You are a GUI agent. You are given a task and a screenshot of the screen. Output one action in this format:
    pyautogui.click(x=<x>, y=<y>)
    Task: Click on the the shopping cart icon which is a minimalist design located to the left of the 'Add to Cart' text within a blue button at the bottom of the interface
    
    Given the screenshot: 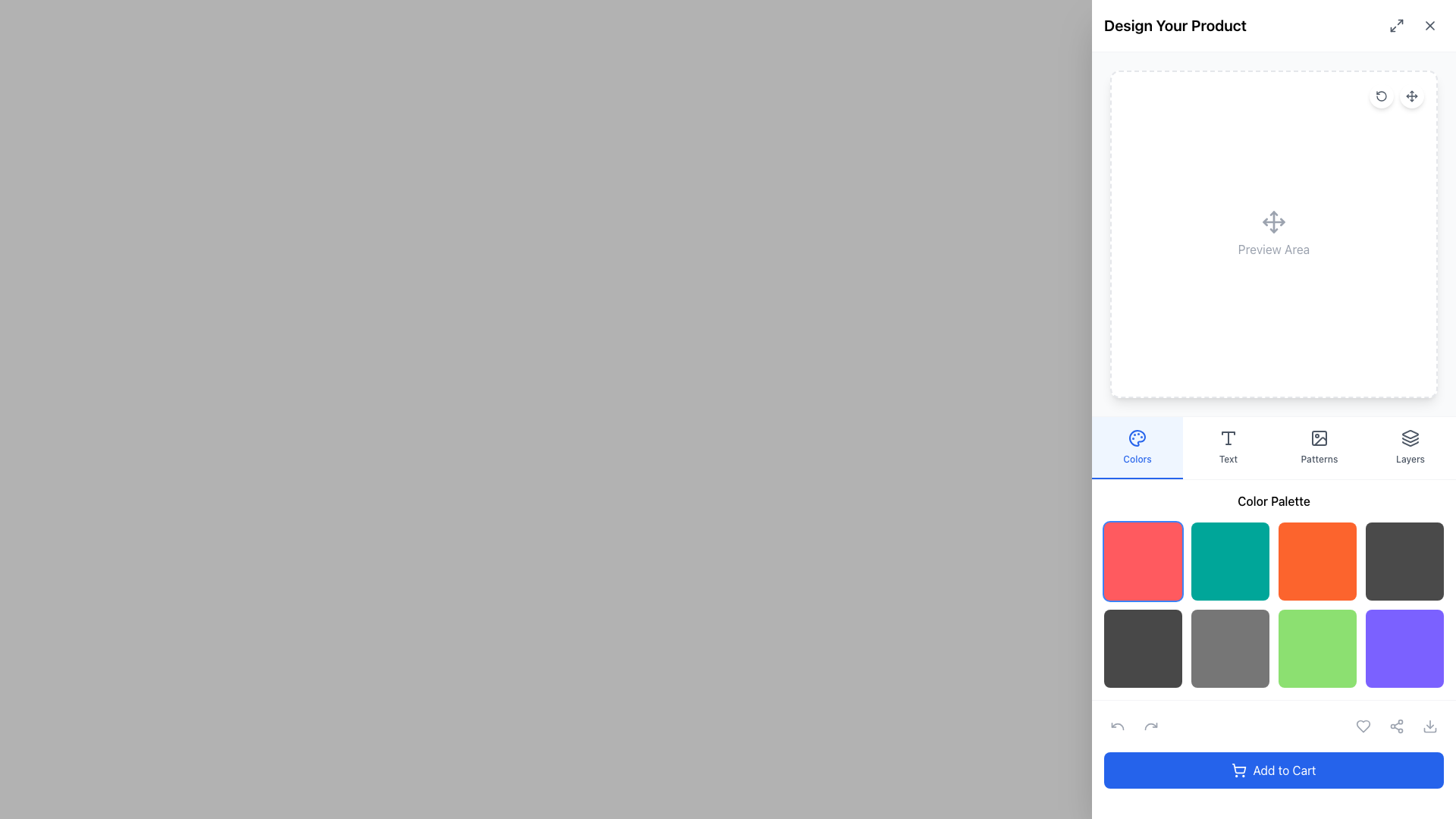 What is the action you would take?
    pyautogui.click(x=1239, y=770)
    